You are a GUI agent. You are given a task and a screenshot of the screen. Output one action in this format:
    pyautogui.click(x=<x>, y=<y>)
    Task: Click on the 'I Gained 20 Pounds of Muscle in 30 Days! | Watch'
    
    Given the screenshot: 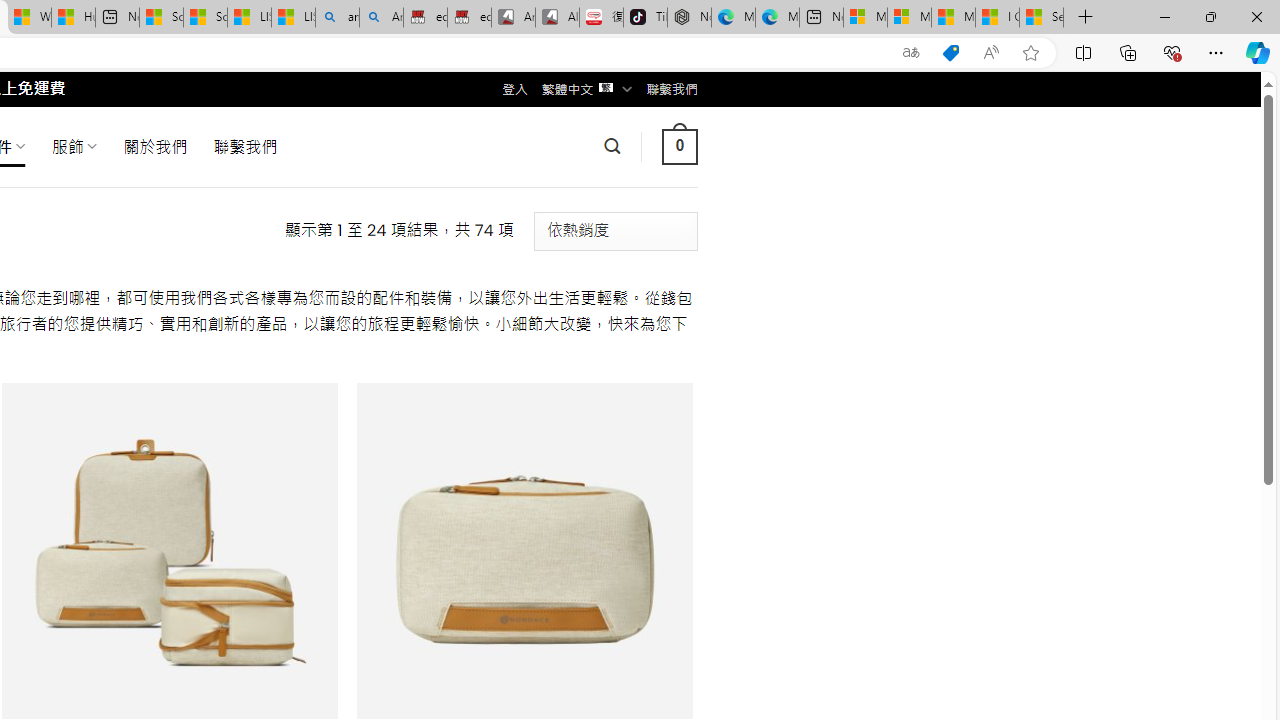 What is the action you would take?
    pyautogui.click(x=997, y=17)
    